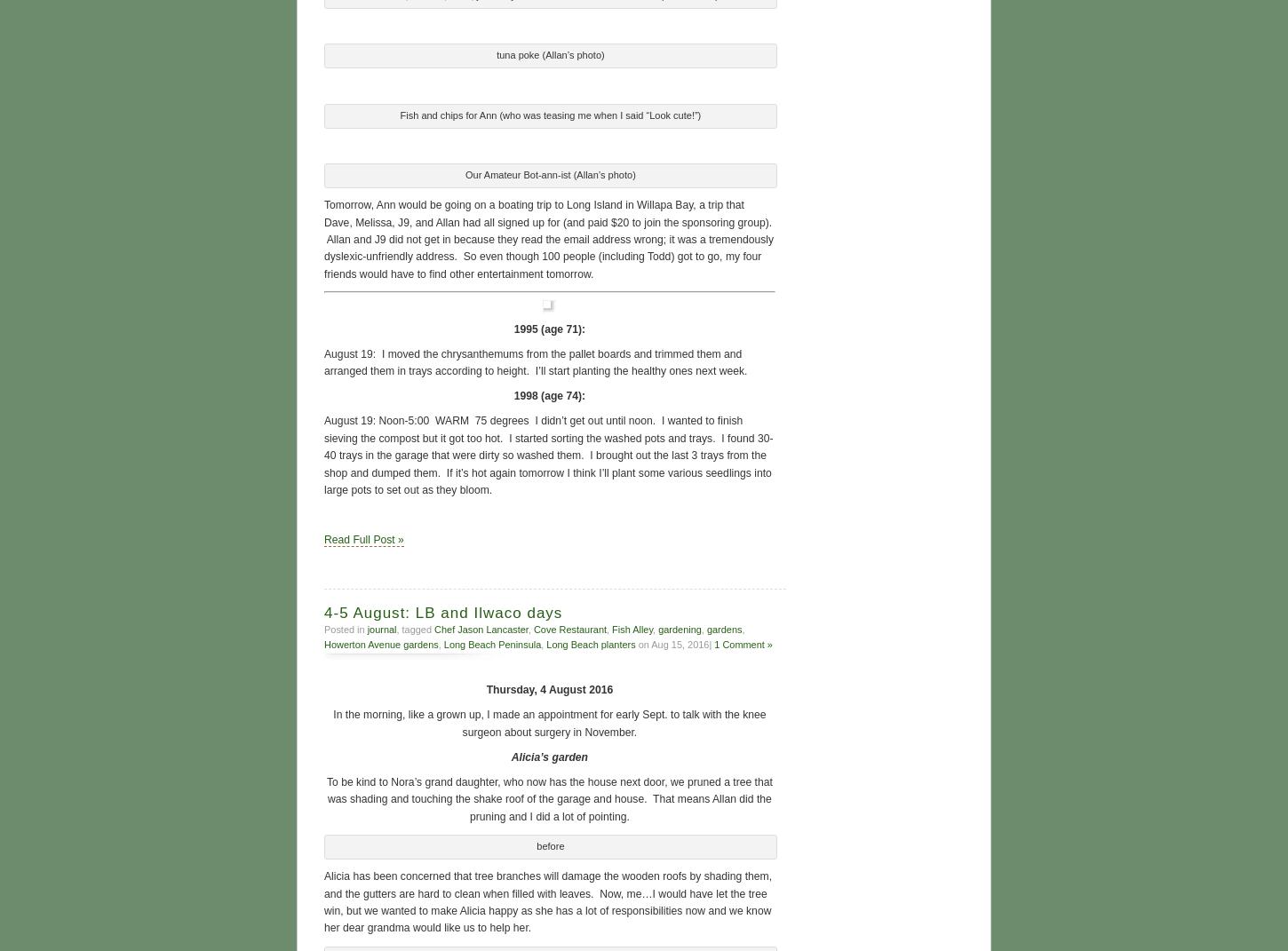  I want to click on 'tuna poke (Allan’s photo)', so click(549, 52).